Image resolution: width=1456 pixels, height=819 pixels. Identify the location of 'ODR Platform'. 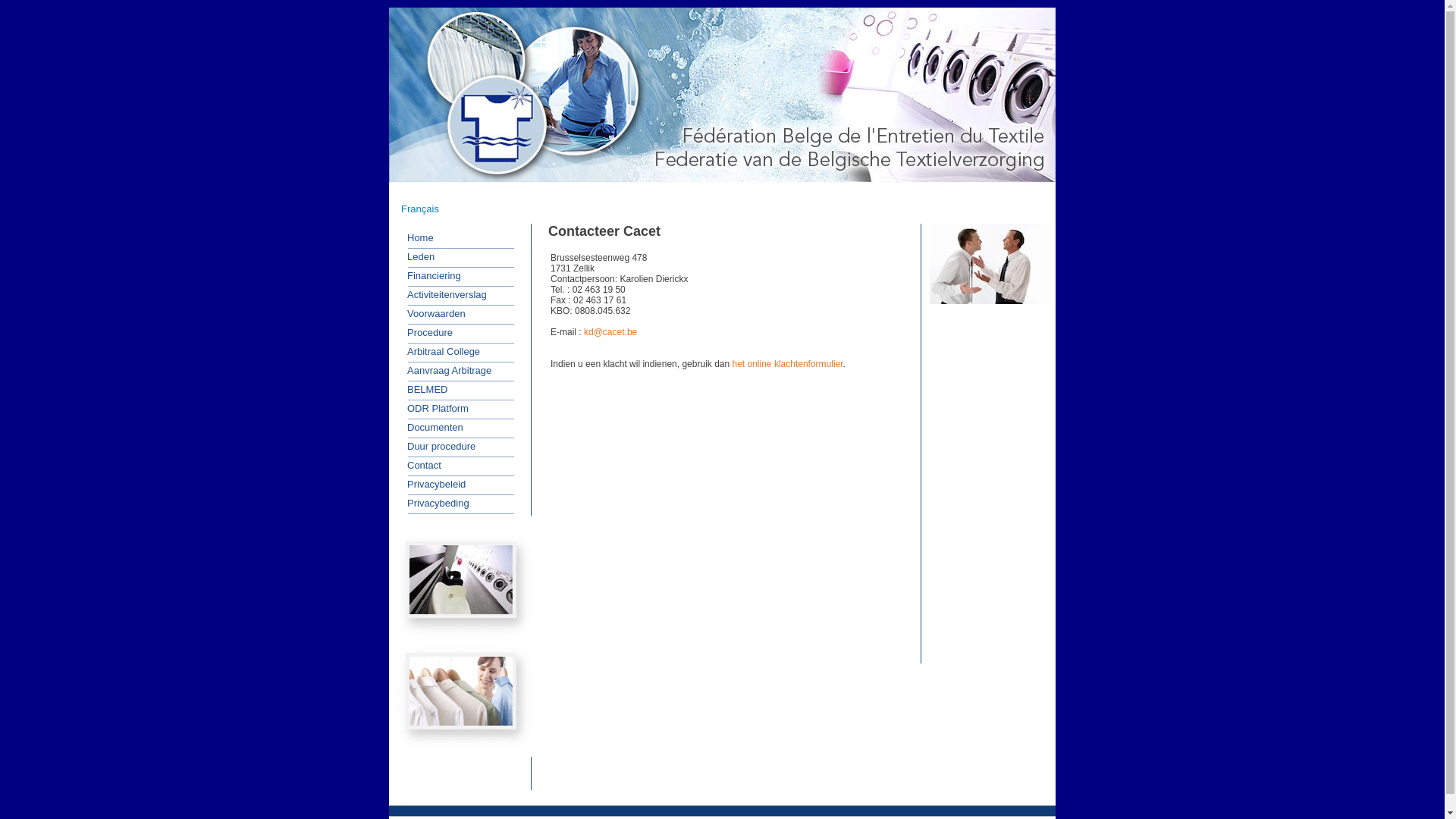
(431, 408).